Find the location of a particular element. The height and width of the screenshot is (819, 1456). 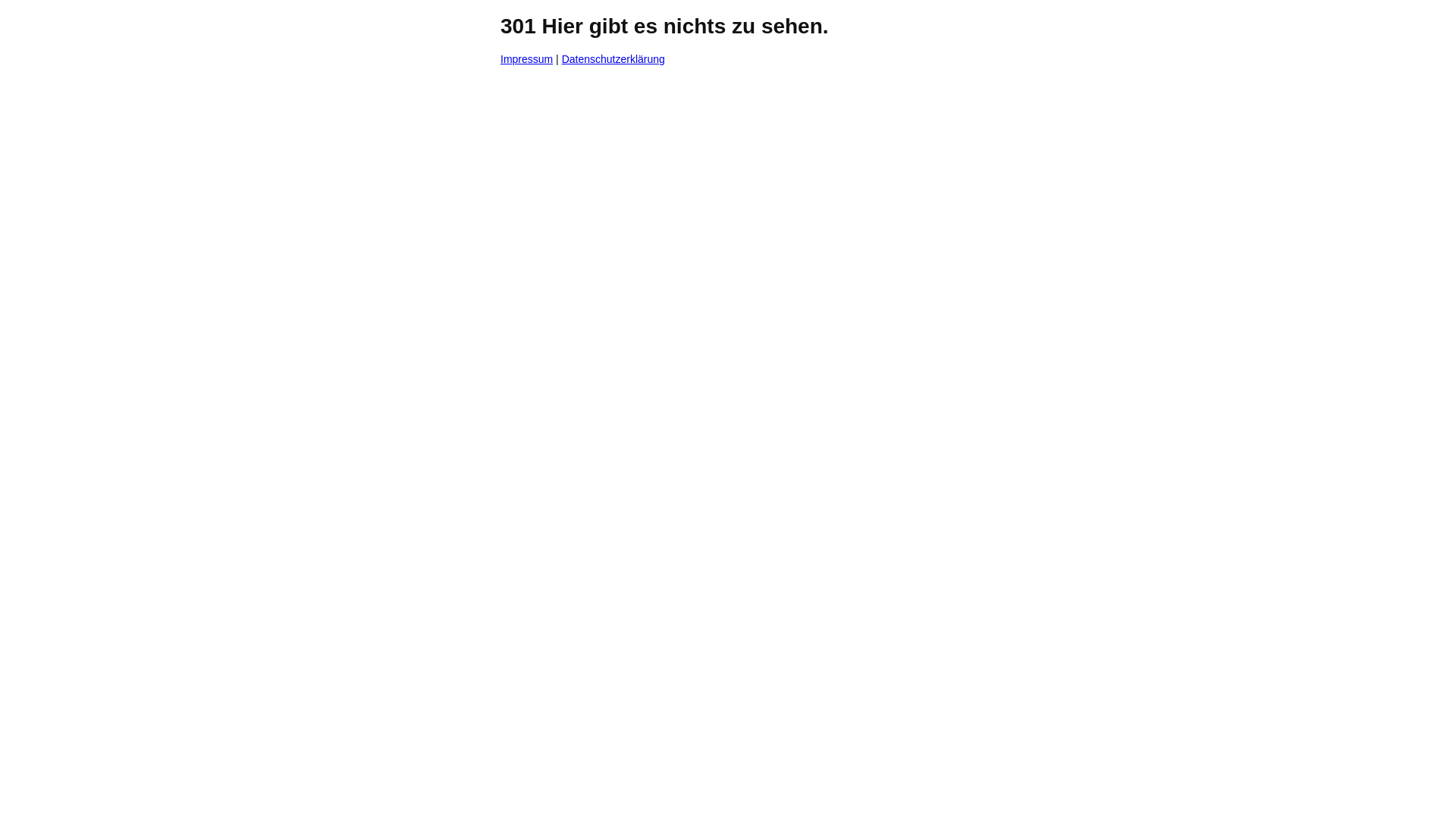

'Impressum' is located at coordinates (526, 58).